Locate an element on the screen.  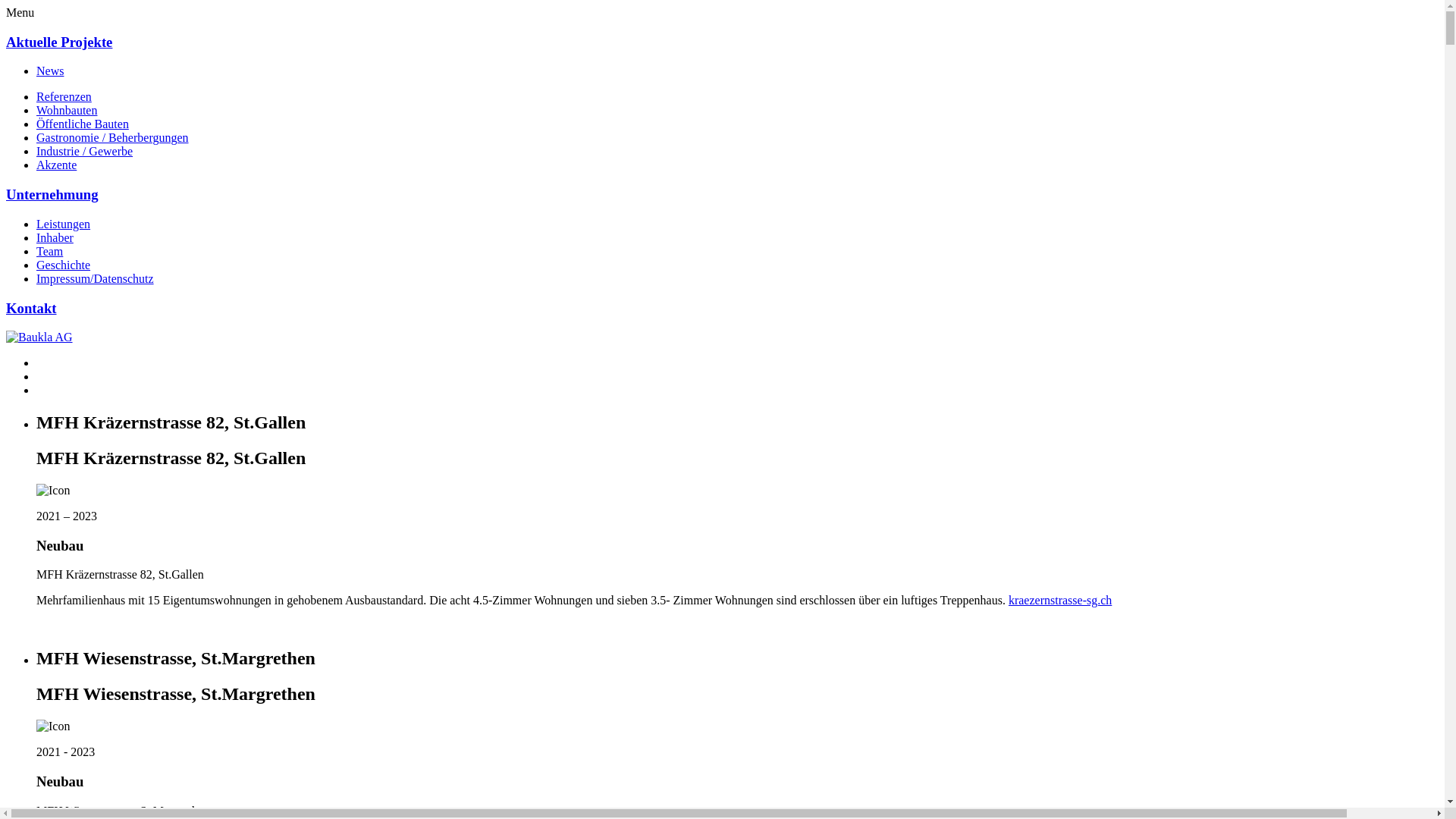
'Wohnbauten' is located at coordinates (36, 109).